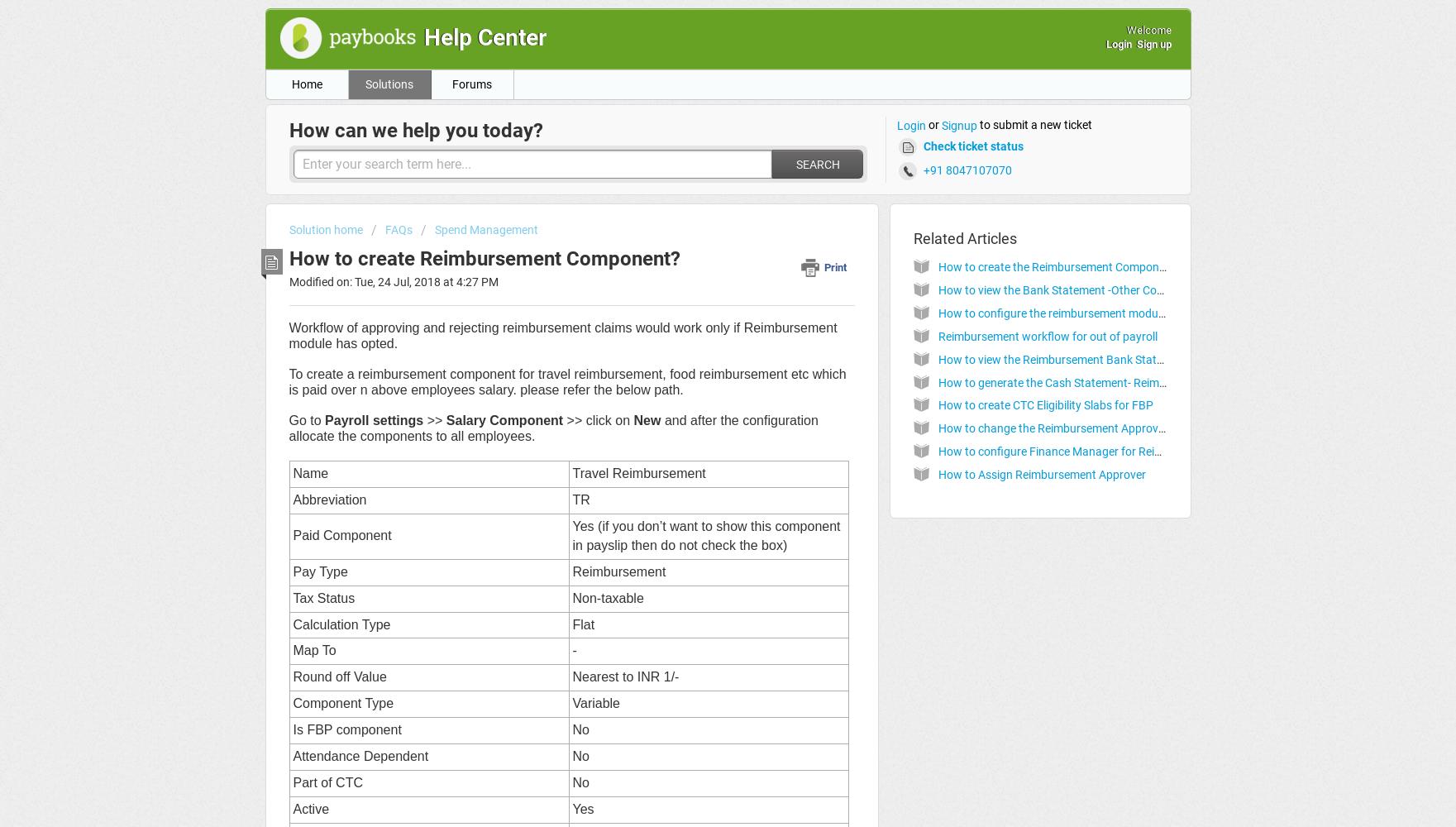 This screenshot has width=1456, height=827. Describe the element at coordinates (1073, 289) in the screenshot. I see `'How to view the Bank Statement -Other Components'` at that location.